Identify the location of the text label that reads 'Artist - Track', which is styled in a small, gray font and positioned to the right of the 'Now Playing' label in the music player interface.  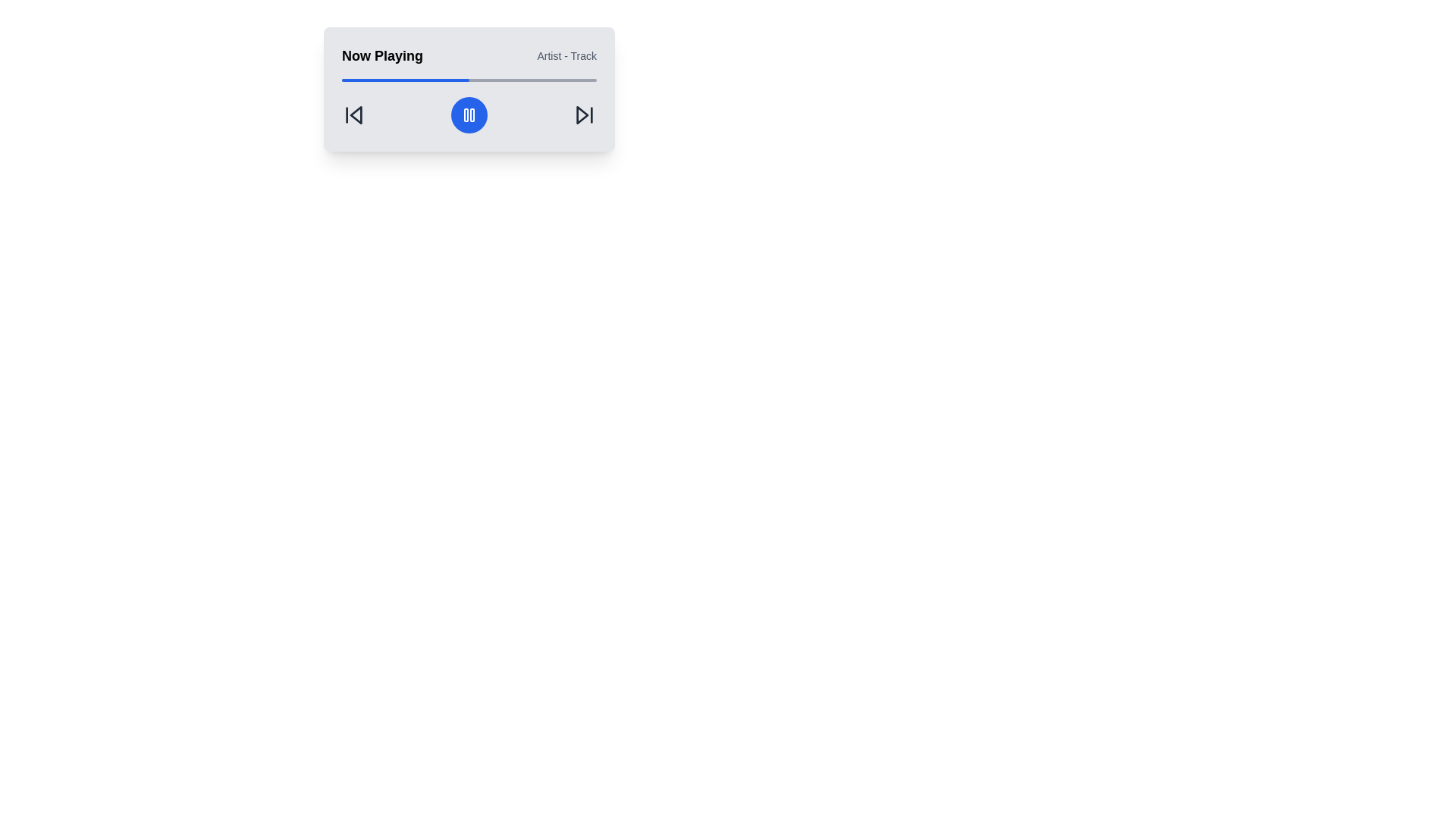
(566, 55).